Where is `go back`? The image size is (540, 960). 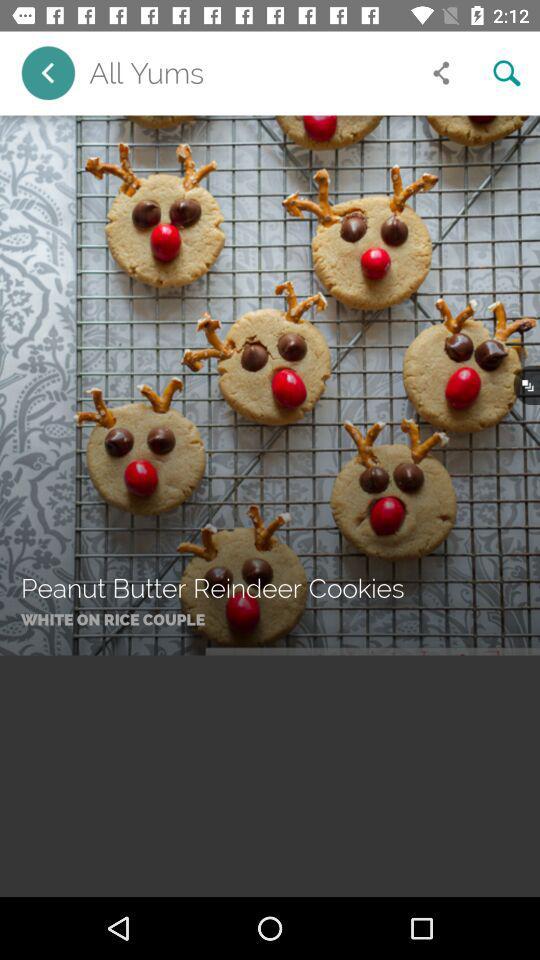
go back is located at coordinates (48, 73).